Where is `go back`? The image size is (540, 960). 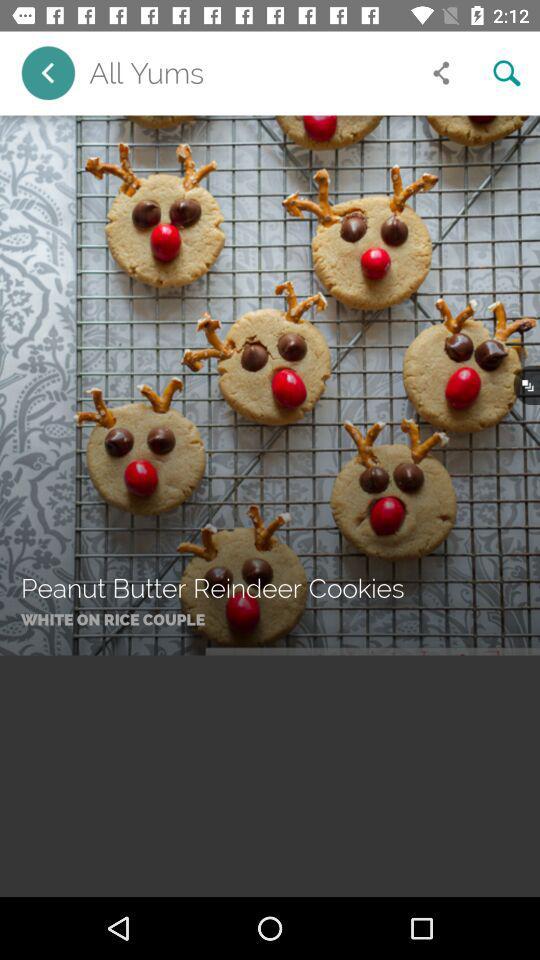
go back is located at coordinates (48, 73).